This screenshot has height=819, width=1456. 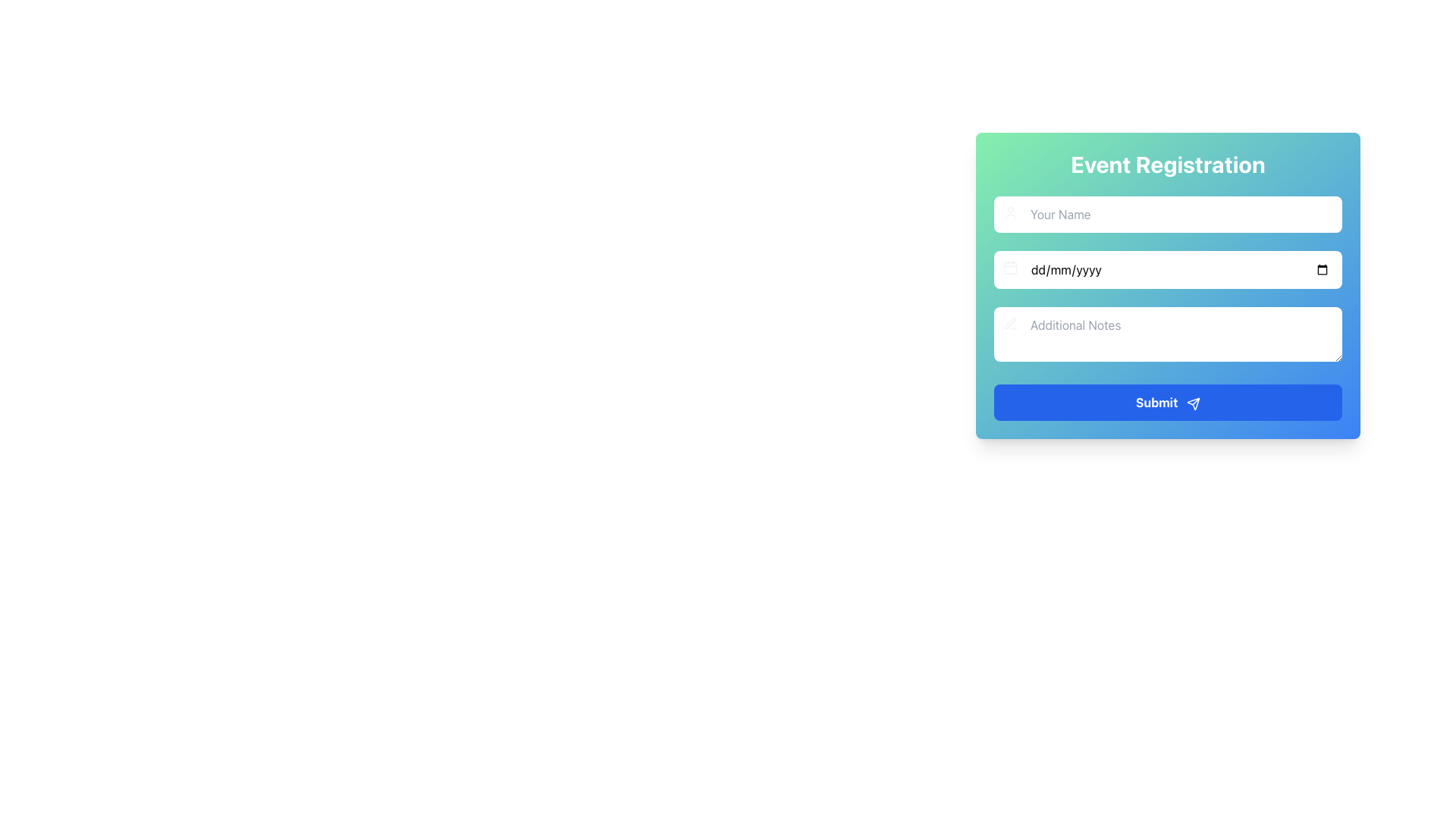 What do you see at coordinates (1167, 308) in the screenshot?
I see `the text input box labeled 'Additional Notes'` at bounding box center [1167, 308].